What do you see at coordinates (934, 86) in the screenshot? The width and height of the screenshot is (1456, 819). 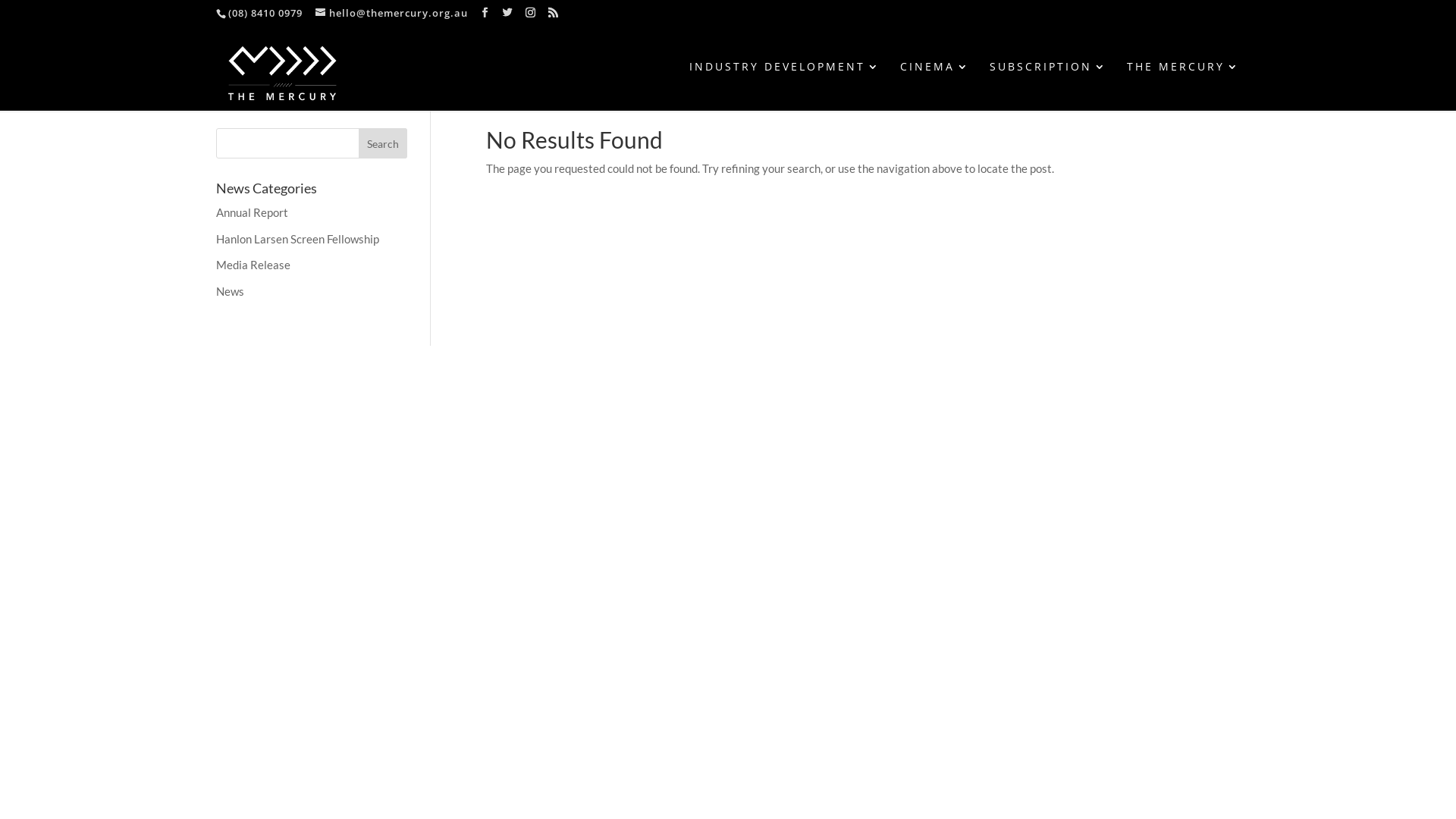 I see `'CINEMA'` at bounding box center [934, 86].